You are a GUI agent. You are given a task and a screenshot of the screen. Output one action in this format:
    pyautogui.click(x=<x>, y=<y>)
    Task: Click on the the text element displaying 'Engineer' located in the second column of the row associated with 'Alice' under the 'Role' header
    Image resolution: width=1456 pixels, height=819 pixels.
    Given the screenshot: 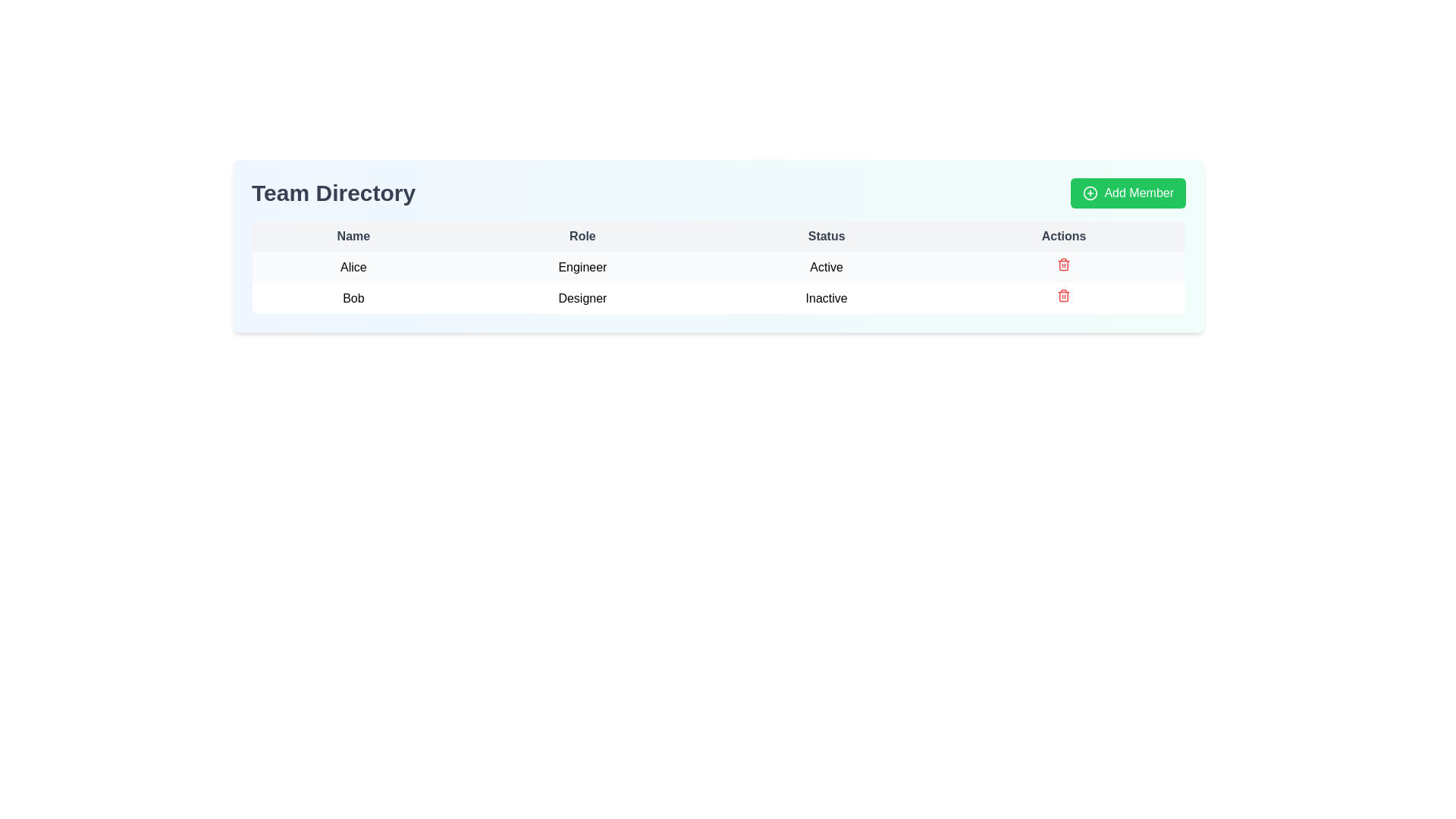 What is the action you would take?
    pyautogui.click(x=582, y=266)
    